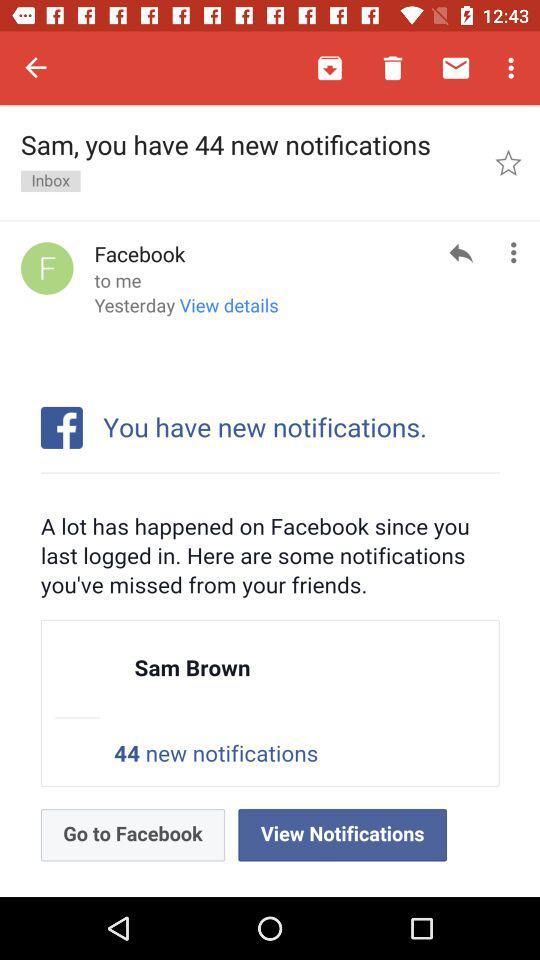  Describe the element at coordinates (47, 267) in the screenshot. I see `the icon next to facebook` at that location.